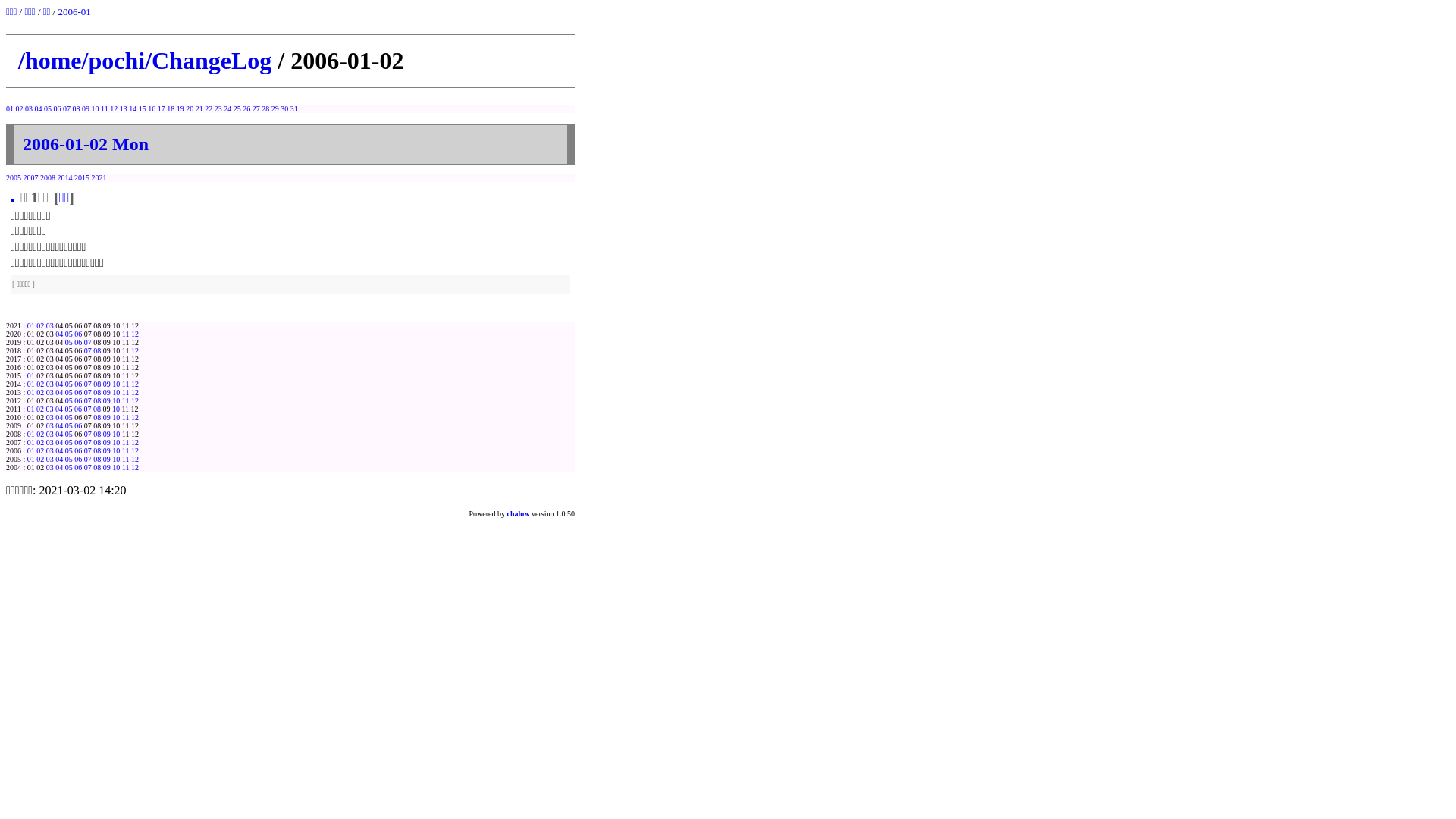  What do you see at coordinates (73, 408) in the screenshot?
I see `'06'` at bounding box center [73, 408].